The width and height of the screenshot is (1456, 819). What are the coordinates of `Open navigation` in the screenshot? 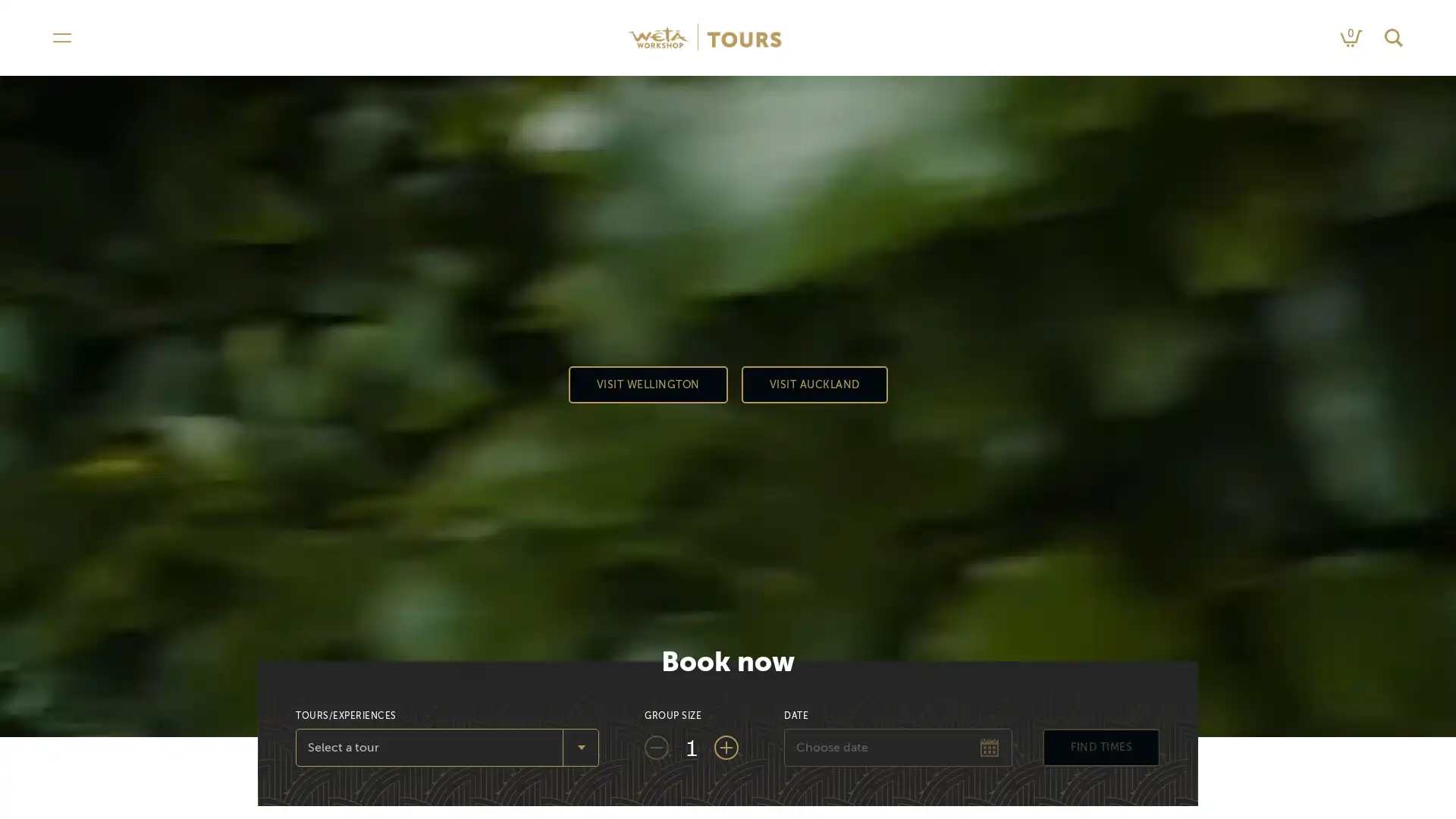 It's located at (61, 37).